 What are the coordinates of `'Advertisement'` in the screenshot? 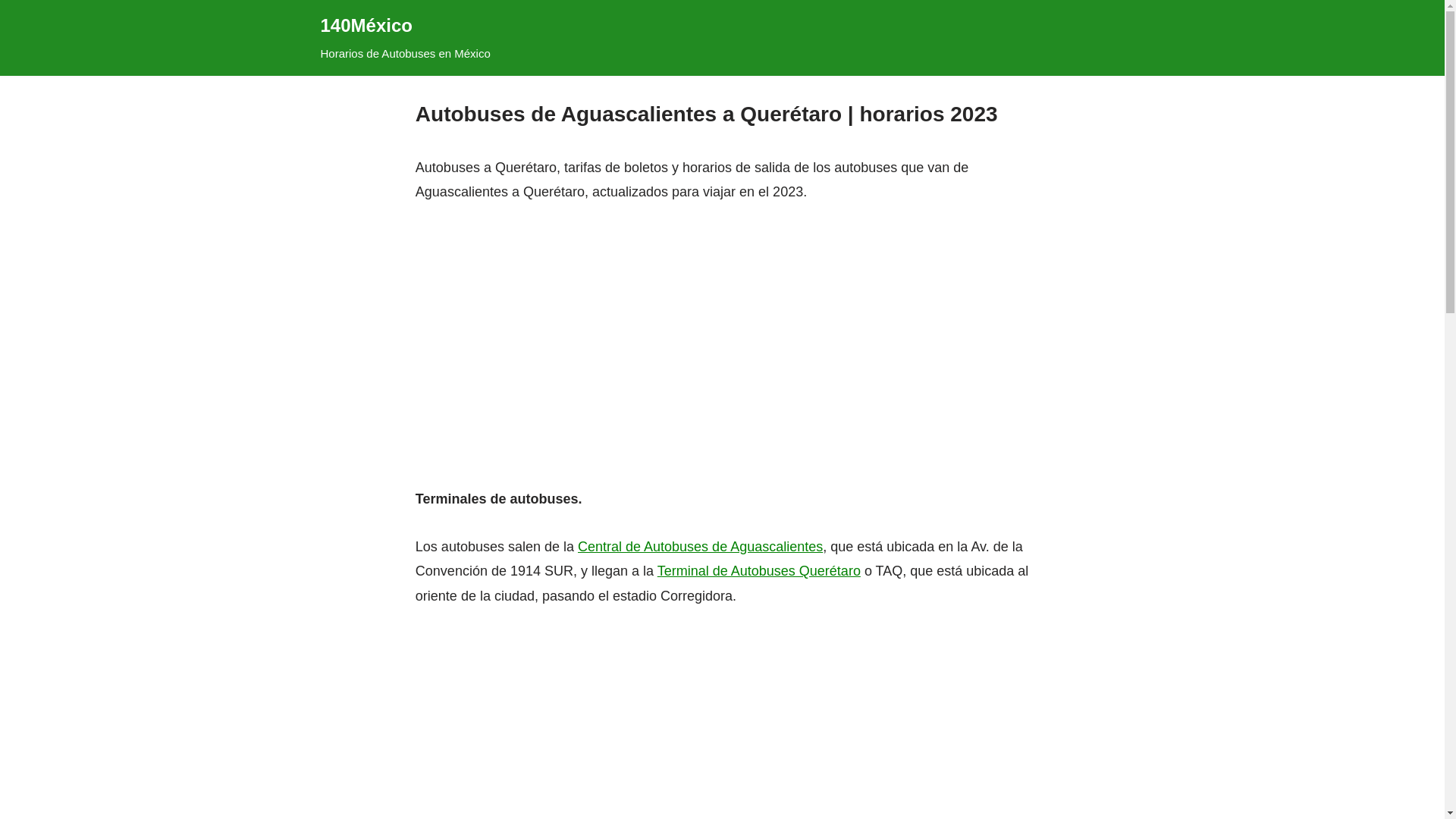 It's located at (720, 321).